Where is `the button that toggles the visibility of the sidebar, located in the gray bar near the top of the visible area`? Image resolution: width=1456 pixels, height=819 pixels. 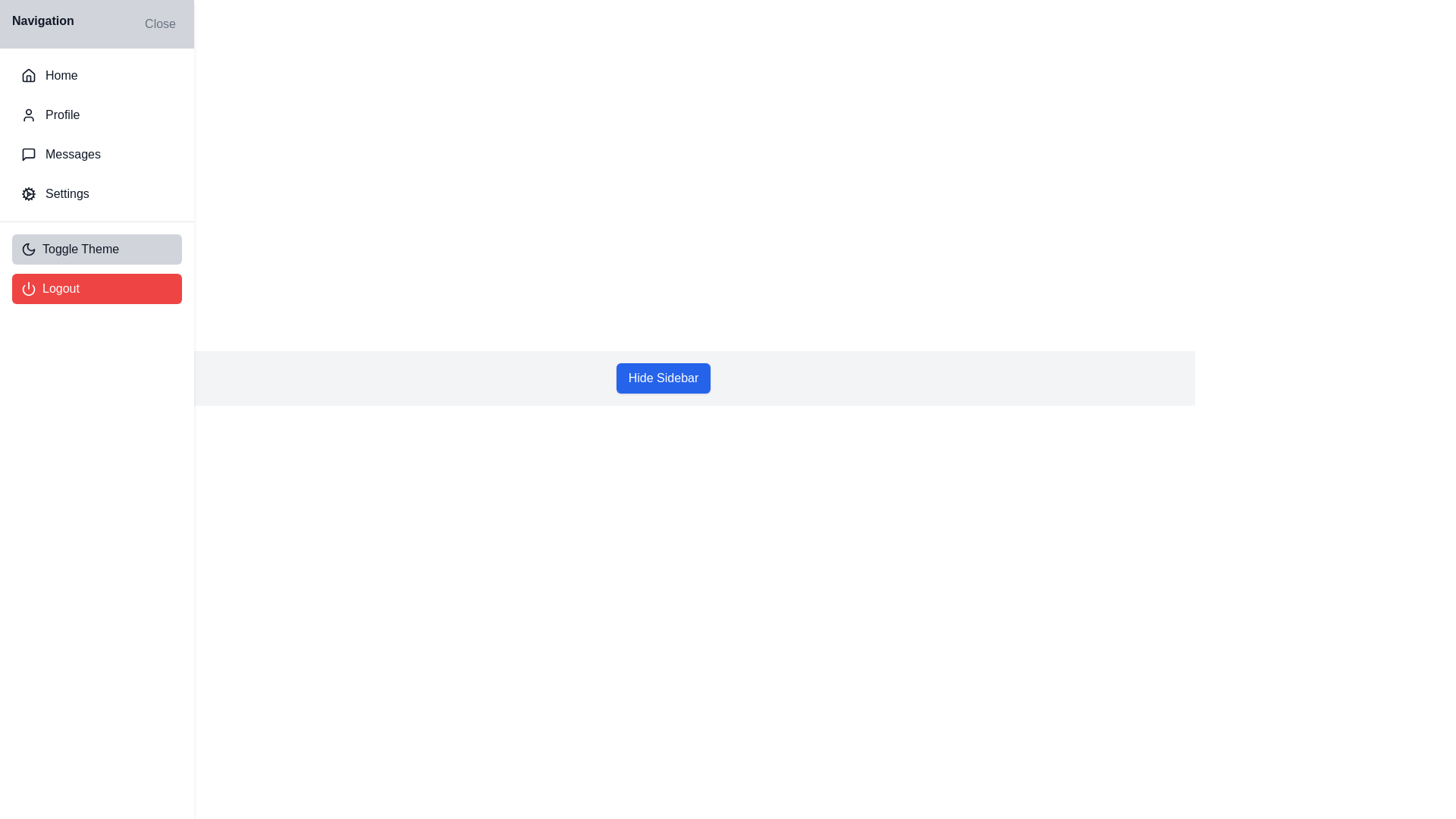 the button that toggles the visibility of the sidebar, located in the gray bar near the top of the visible area is located at coordinates (663, 377).